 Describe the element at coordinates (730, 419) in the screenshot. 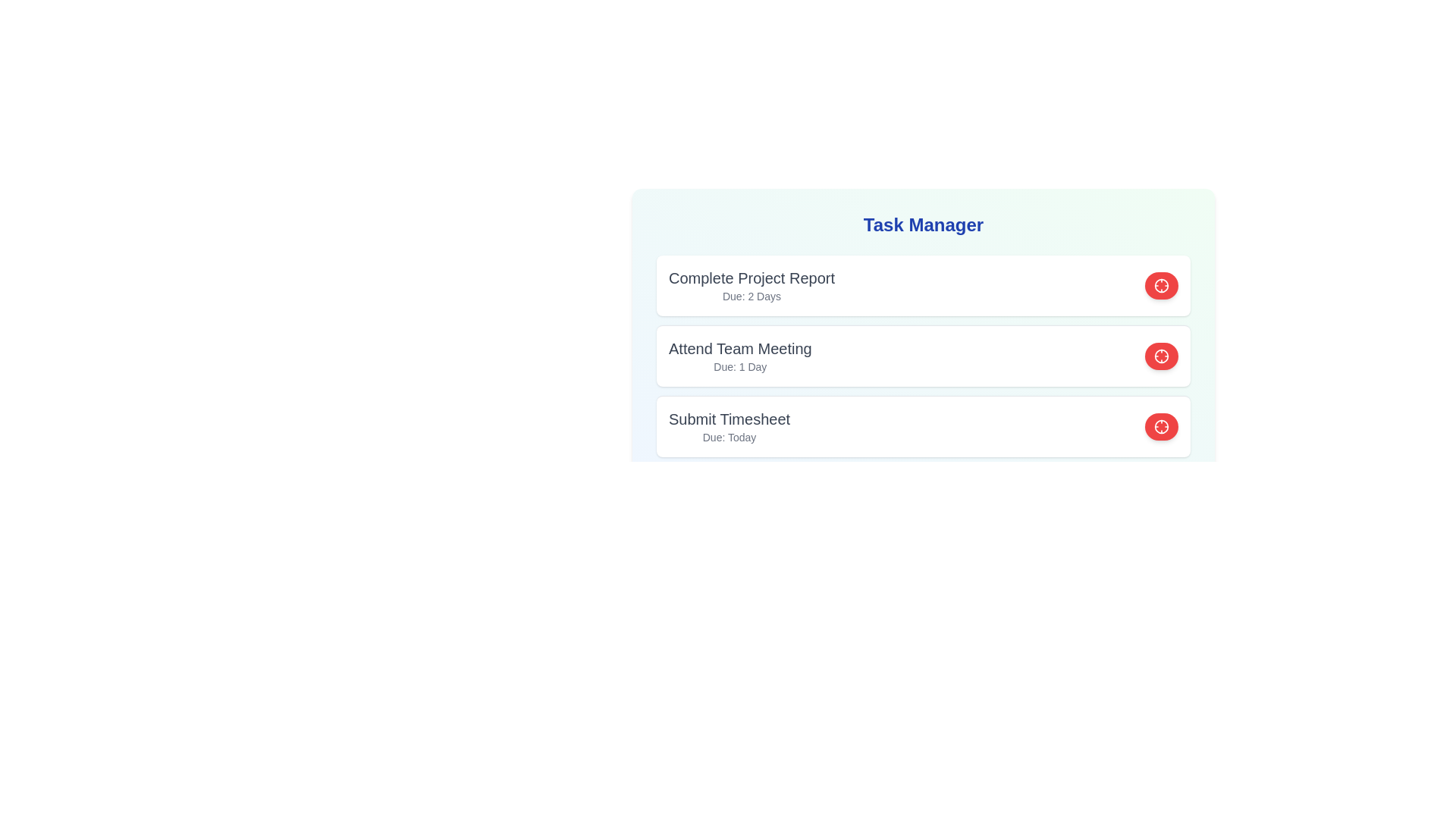

I see `the 'Submit Timesheet' text label, which serves as a title for the corresponding task located in the third task box, positioned above the 'Due: Today' text` at that location.